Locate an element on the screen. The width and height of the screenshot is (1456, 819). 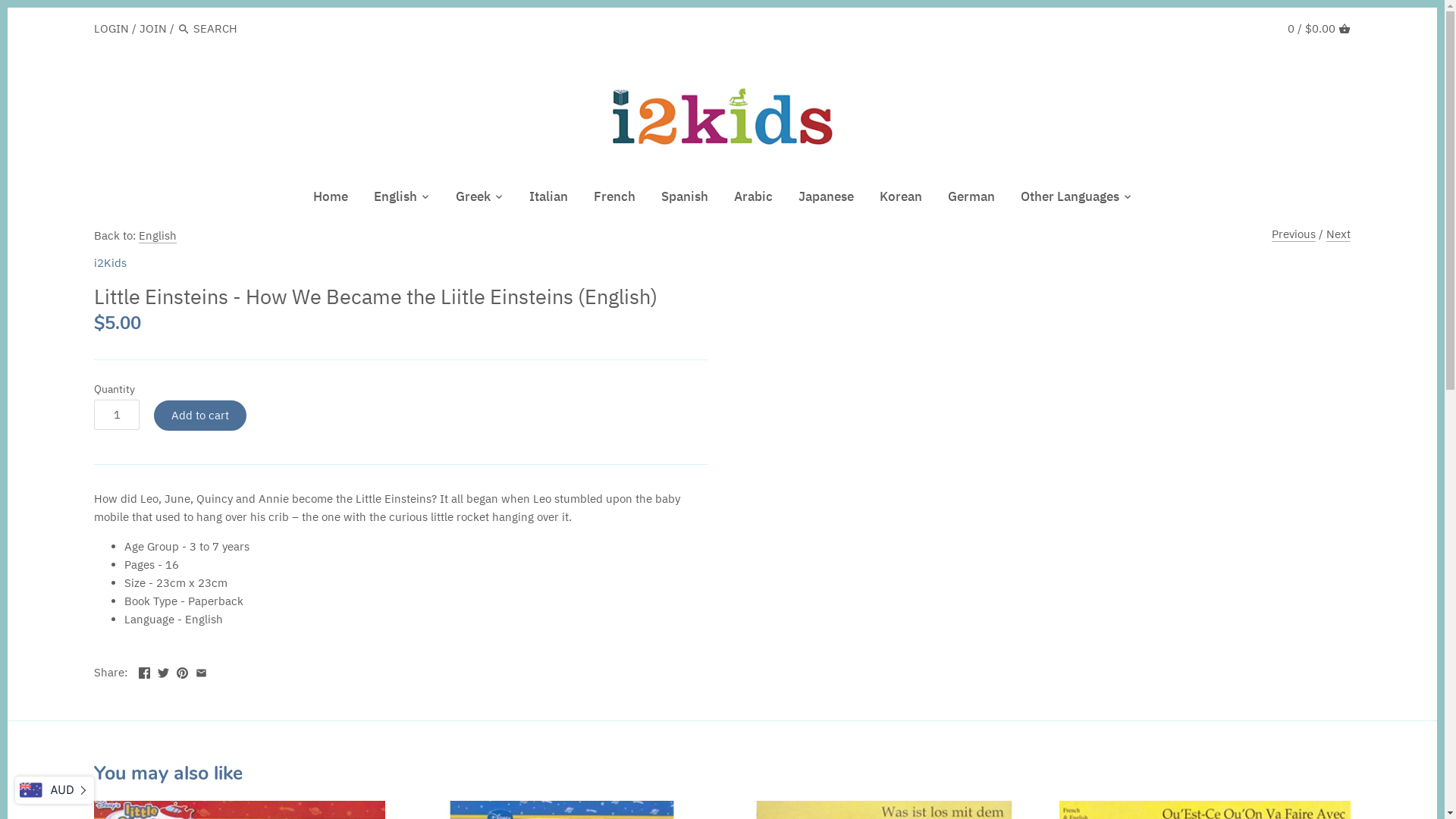
'Twitter' is located at coordinates (157, 670).